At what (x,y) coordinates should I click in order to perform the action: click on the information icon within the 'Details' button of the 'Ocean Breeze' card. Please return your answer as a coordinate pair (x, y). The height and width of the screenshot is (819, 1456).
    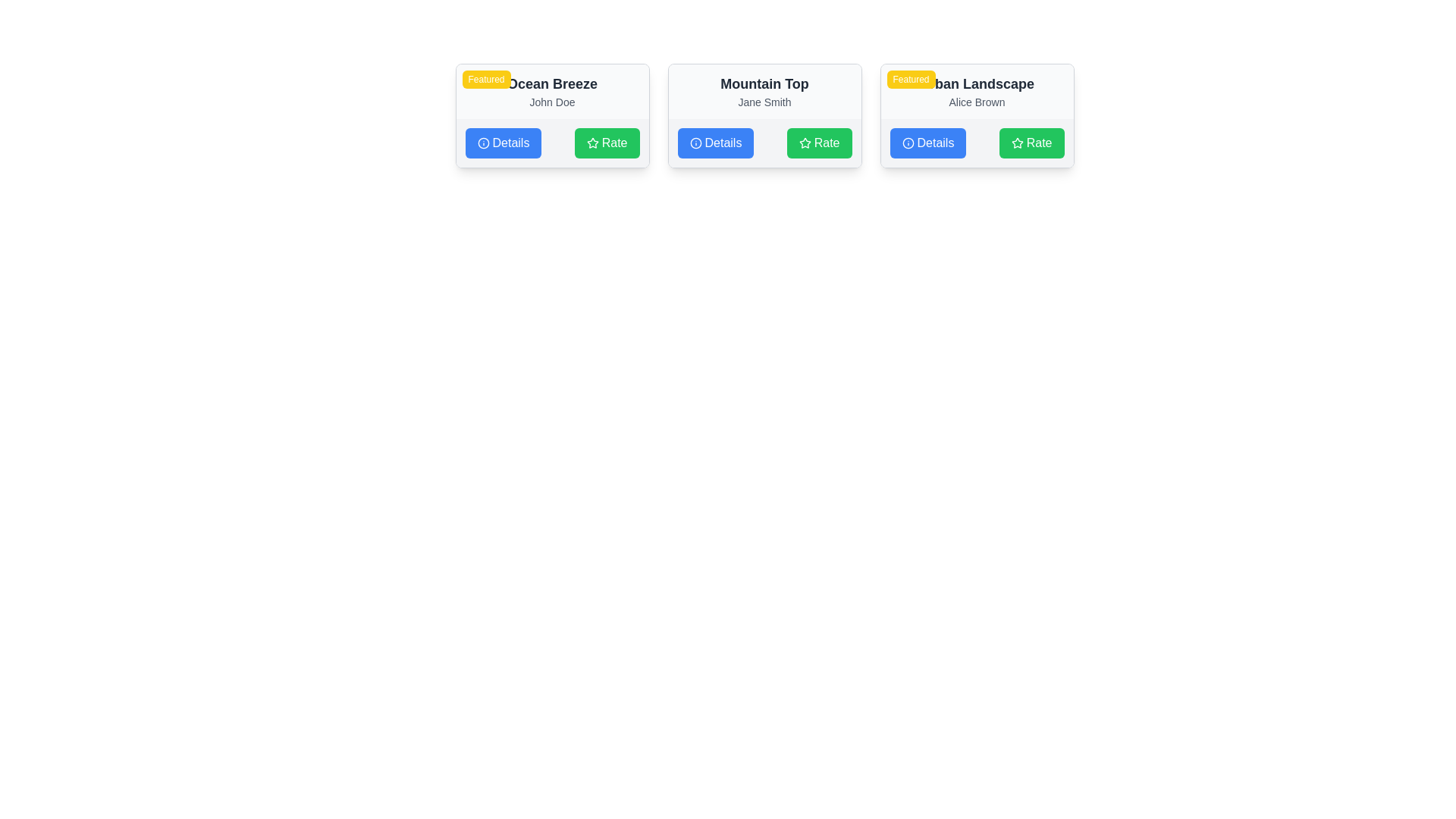
    Looking at the image, I should click on (482, 143).